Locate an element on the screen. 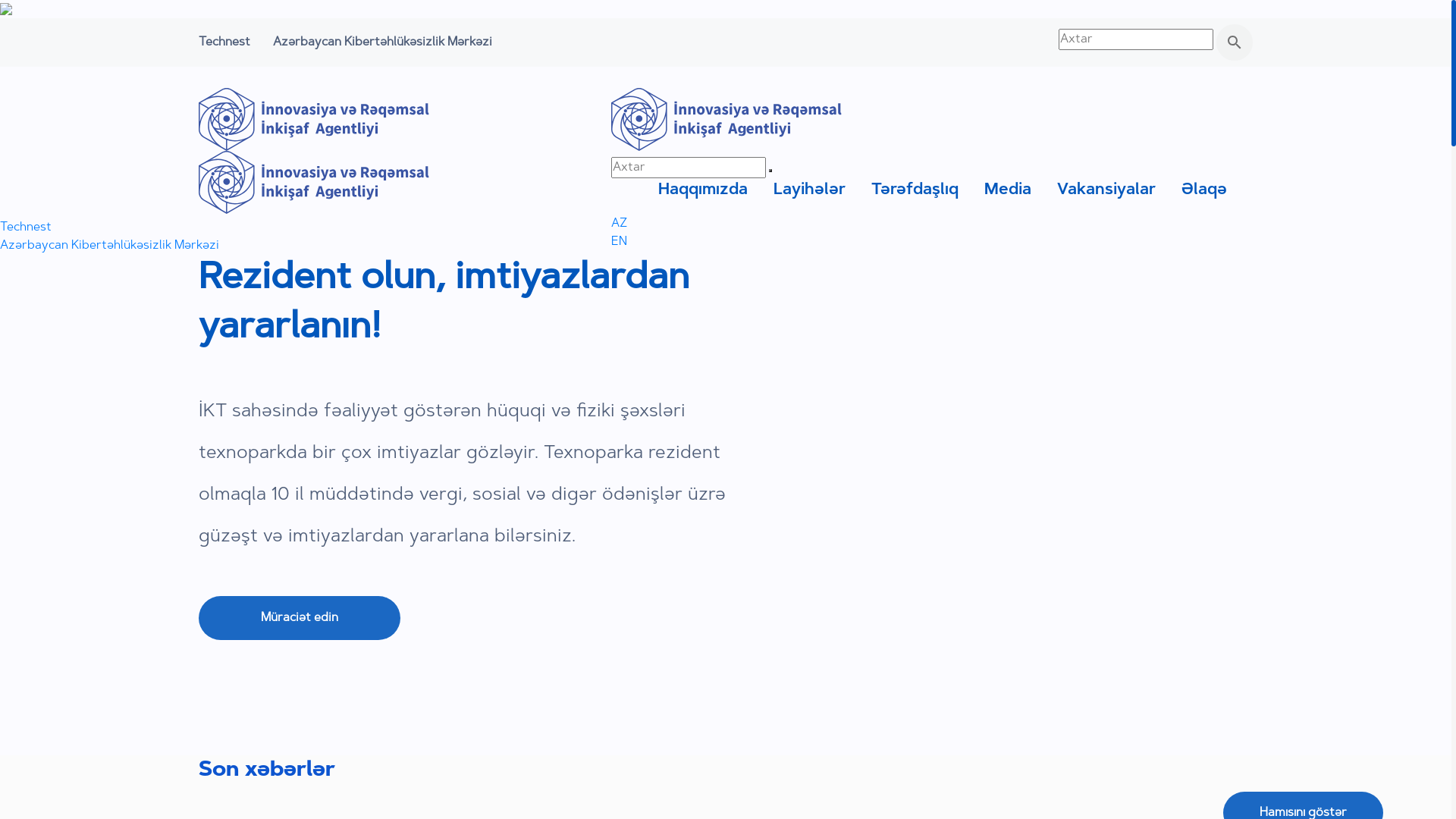 The width and height of the screenshot is (1456, 819). 'logo' is located at coordinates (312, 118).